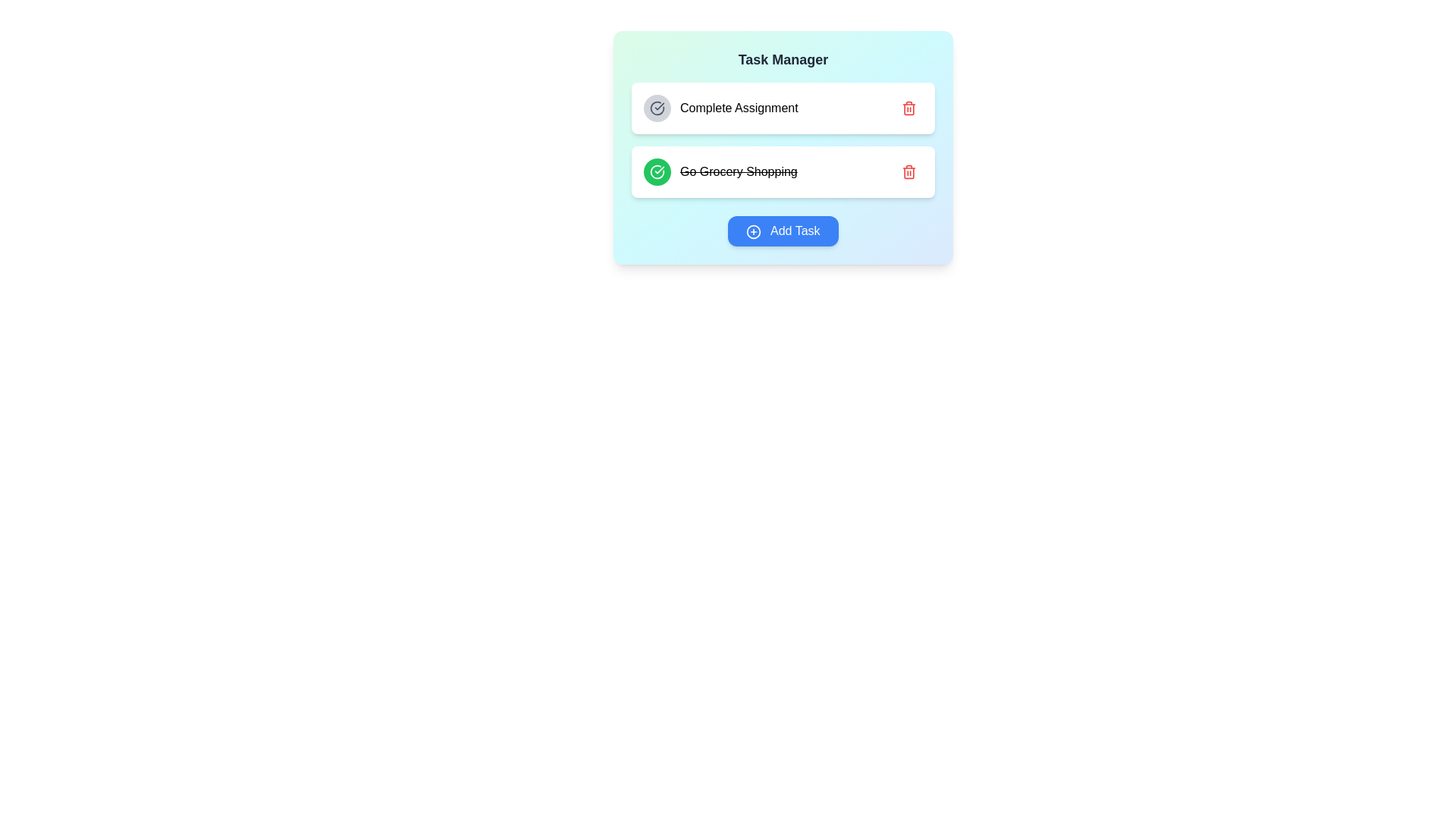 The width and height of the screenshot is (1456, 819). I want to click on SVG Circle Element, which is part of the 'Add Task' button, by clicking on its center point, so click(754, 231).